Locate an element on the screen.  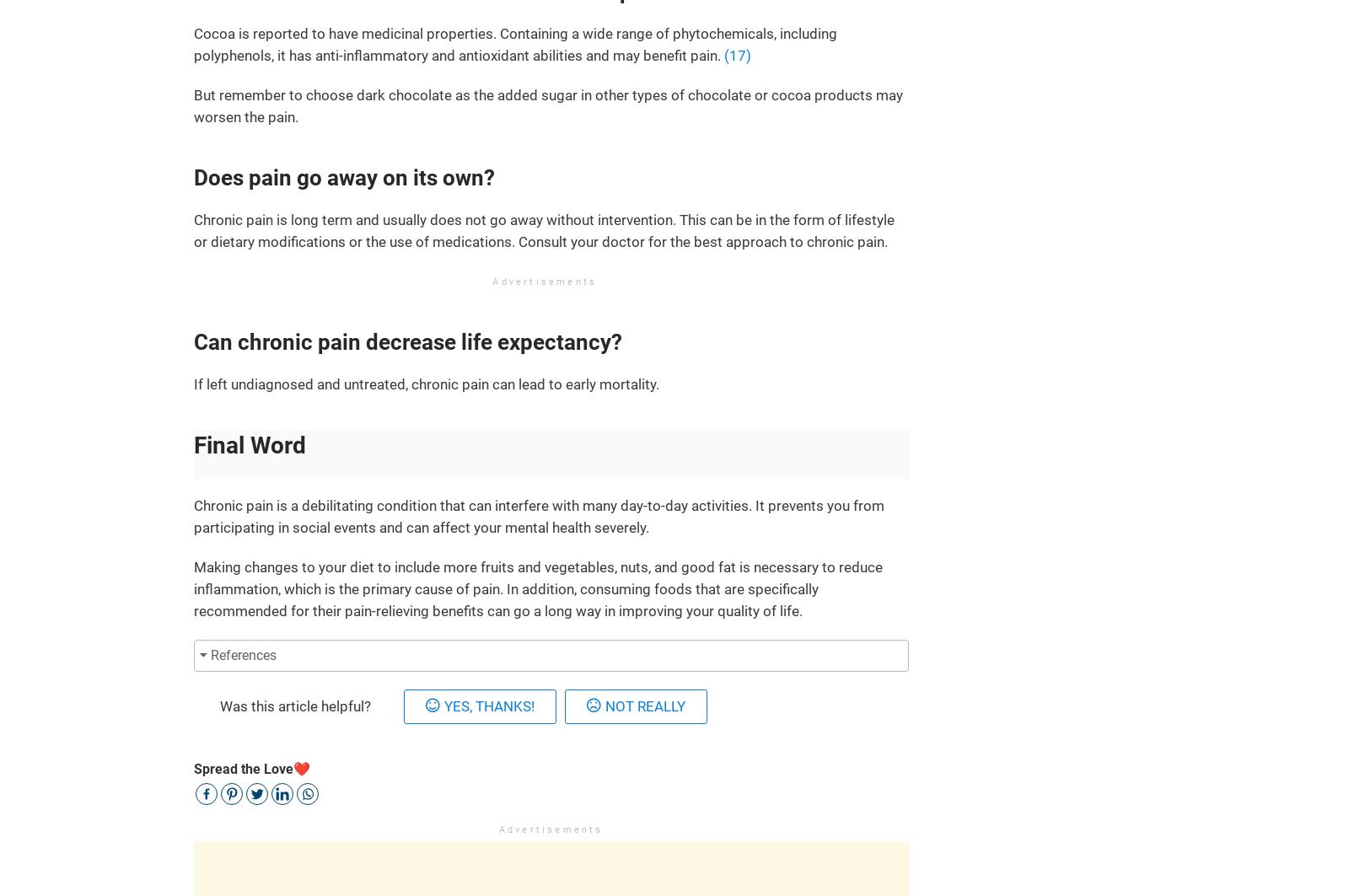
'Was this article helpful?' is located at coordinates (219, 706).